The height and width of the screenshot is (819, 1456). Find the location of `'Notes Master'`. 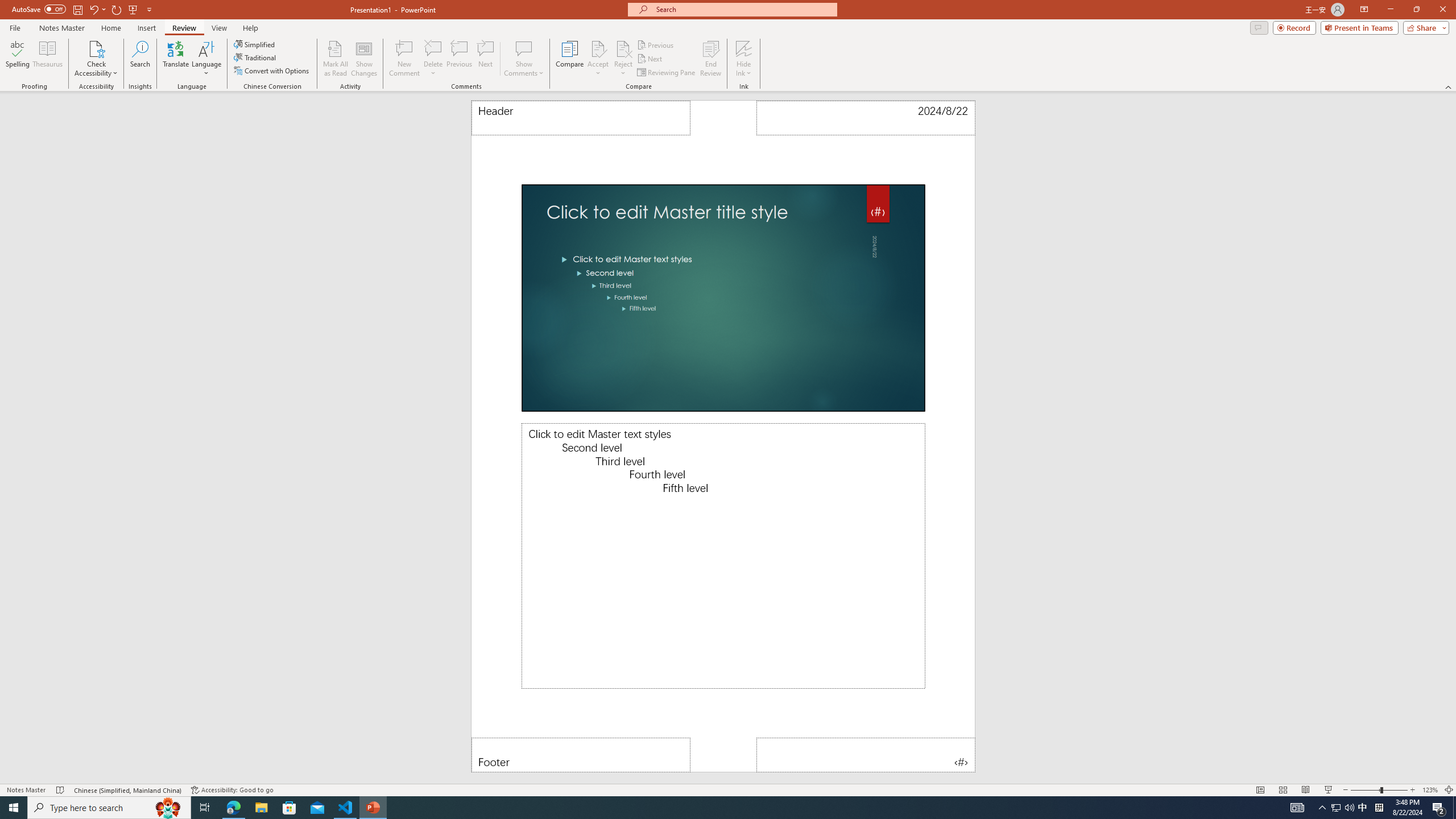

'Notes Master' is located at coordinates (61, 28).